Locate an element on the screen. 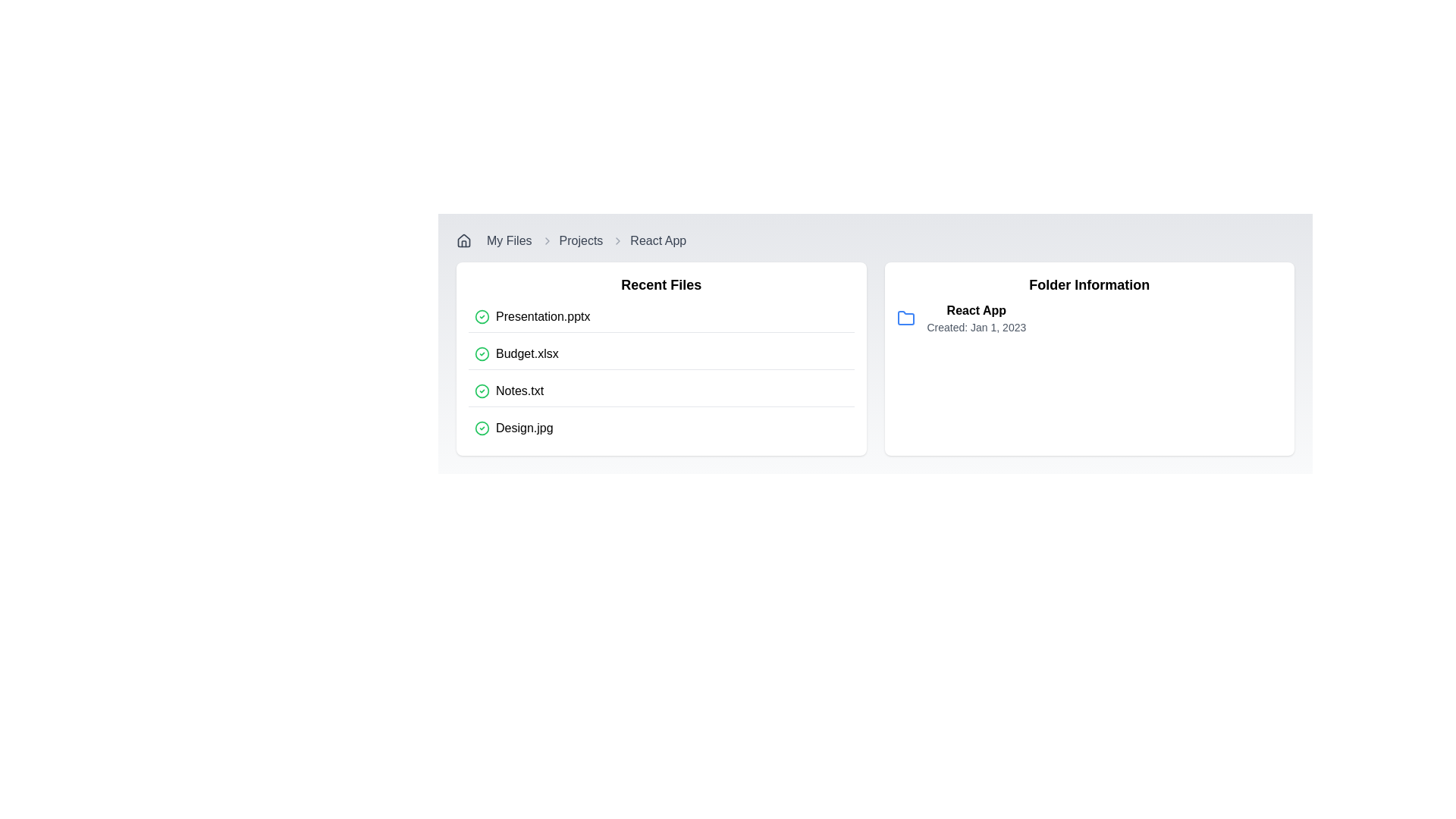  the 'React App' navigation link located is located at coordinates (649, 240).